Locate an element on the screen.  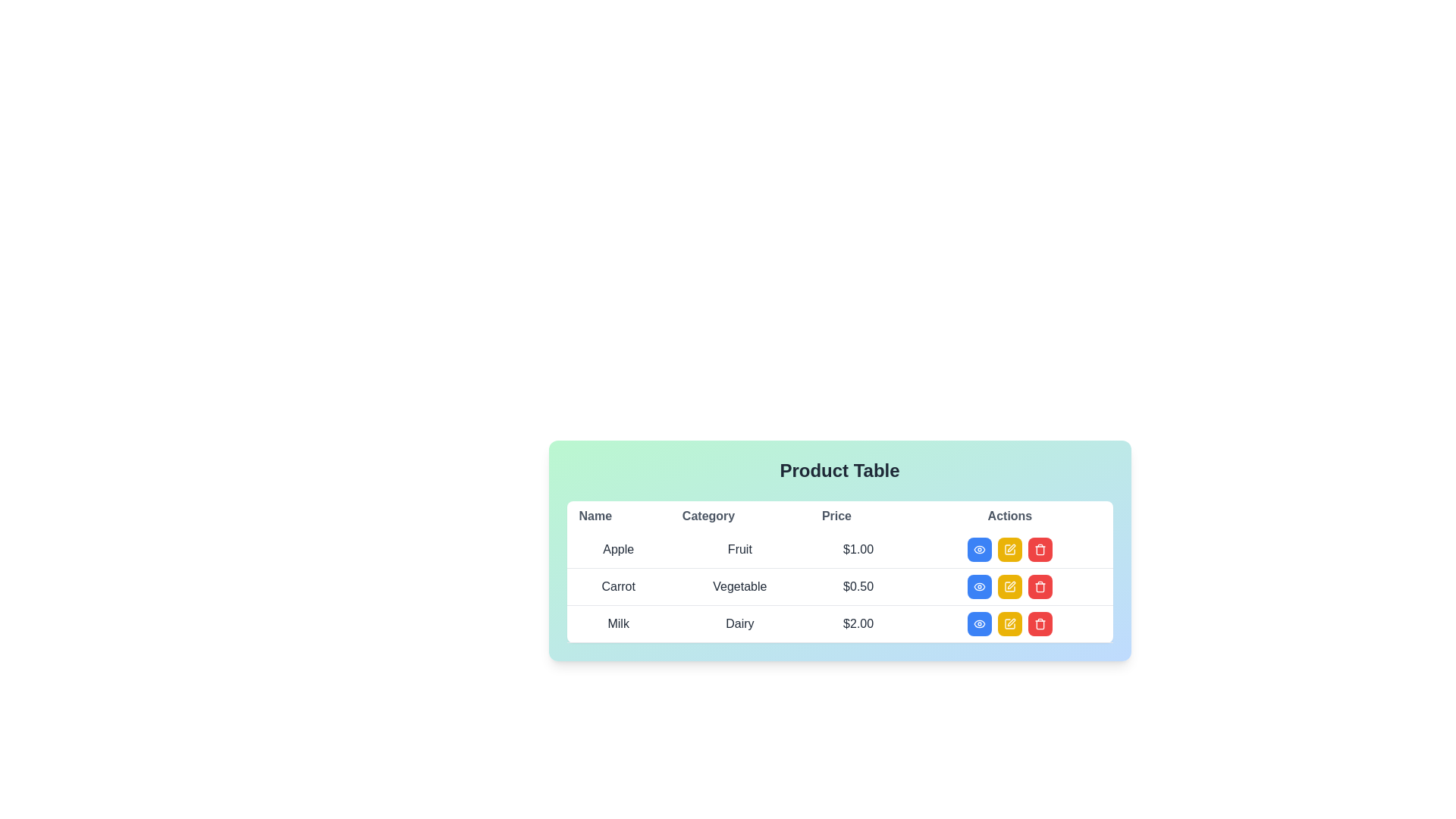
the rounded rectangular button with a solid blue background and white border containing a white eye icon, located in the bottommost row of the table under the 'Actions' column is located at coordinates (979, 623).